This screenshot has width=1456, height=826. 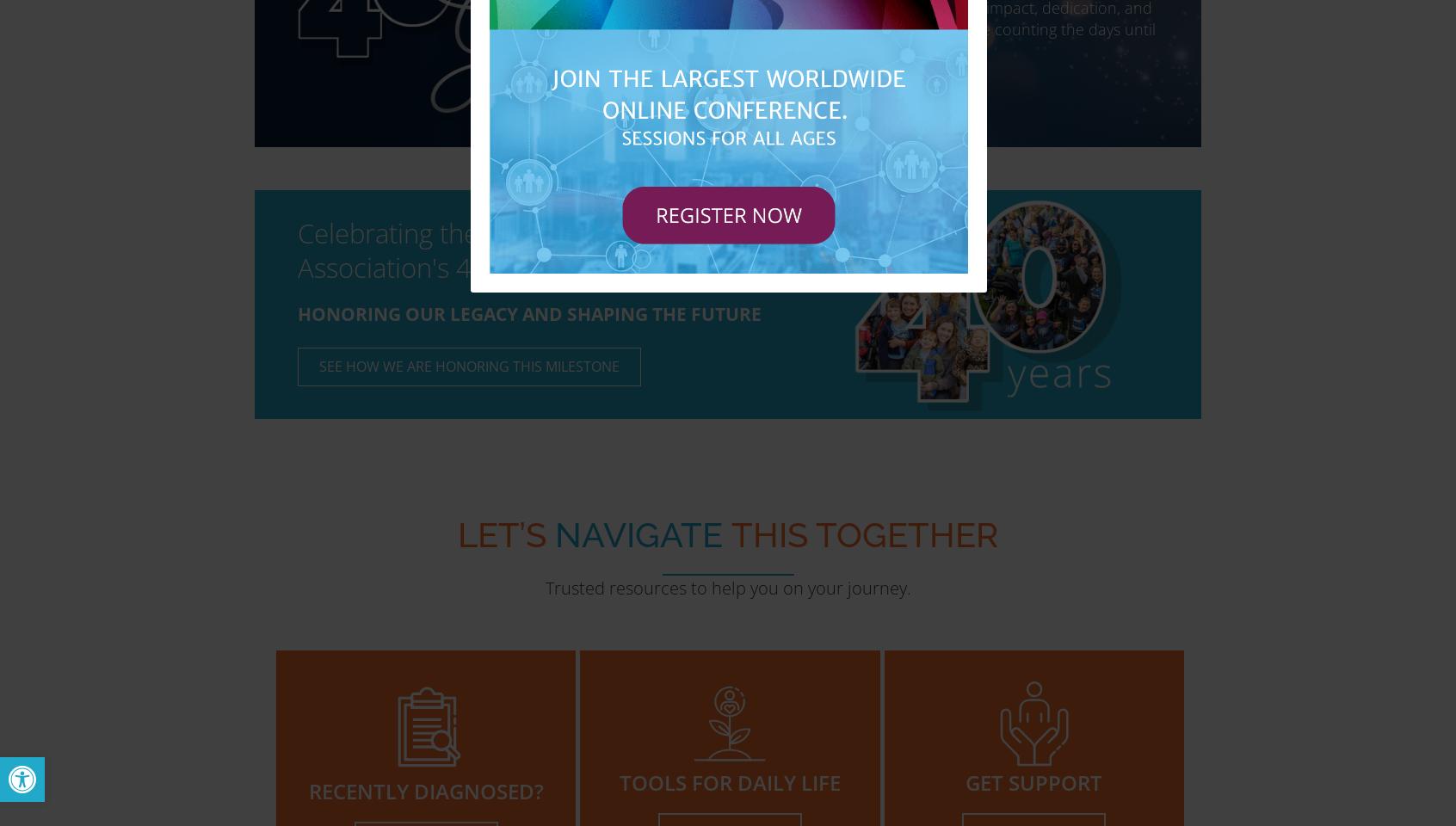 I want to click on 'Navigate', so click(x=638, y=533).